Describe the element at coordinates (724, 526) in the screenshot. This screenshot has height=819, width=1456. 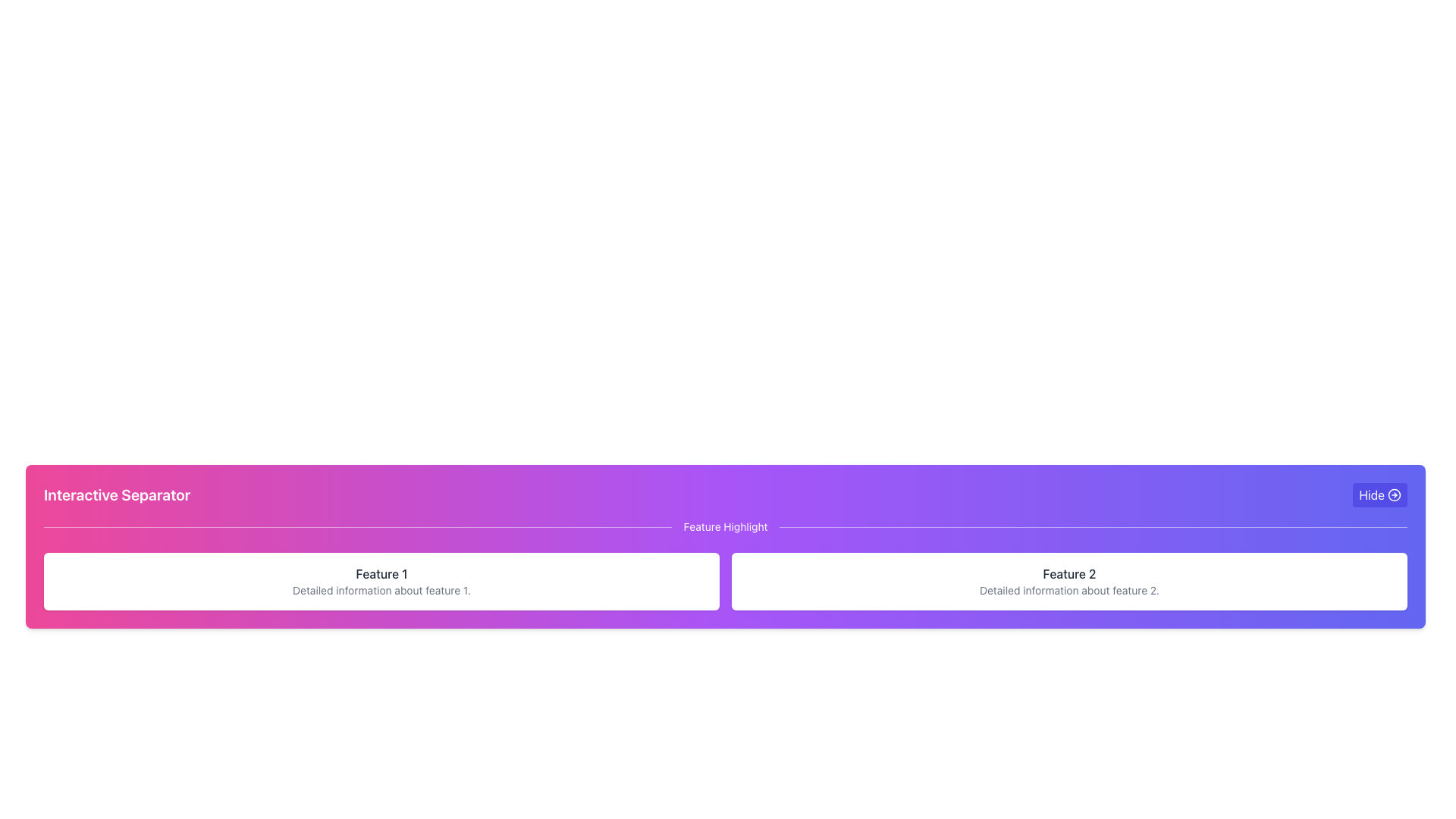
I see `the static label that indicates a highlighted feature or section, located in the central section of the purple gradient area` at that location.